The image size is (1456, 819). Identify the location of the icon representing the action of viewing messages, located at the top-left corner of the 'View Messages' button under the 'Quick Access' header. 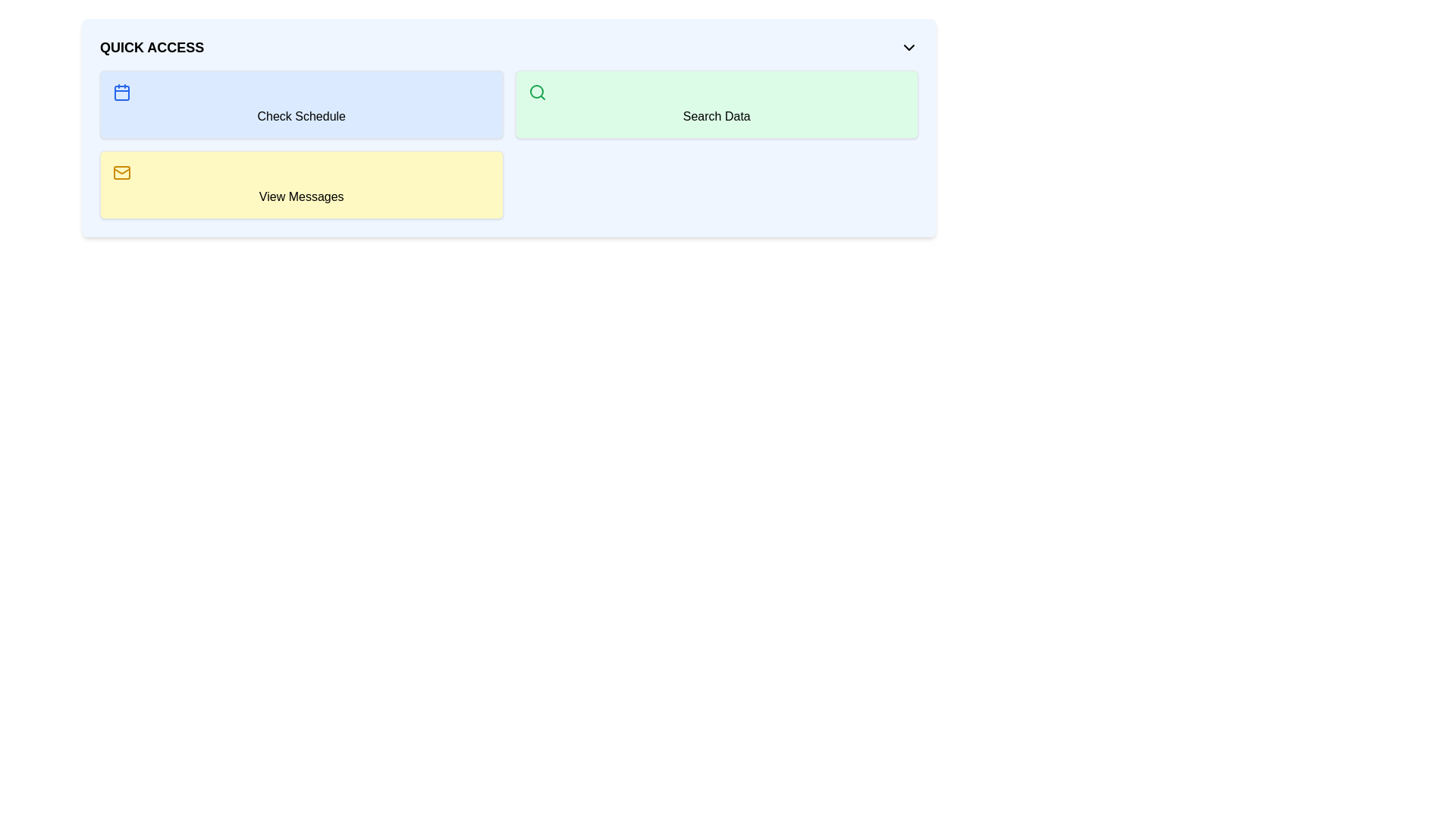
(122, 171).